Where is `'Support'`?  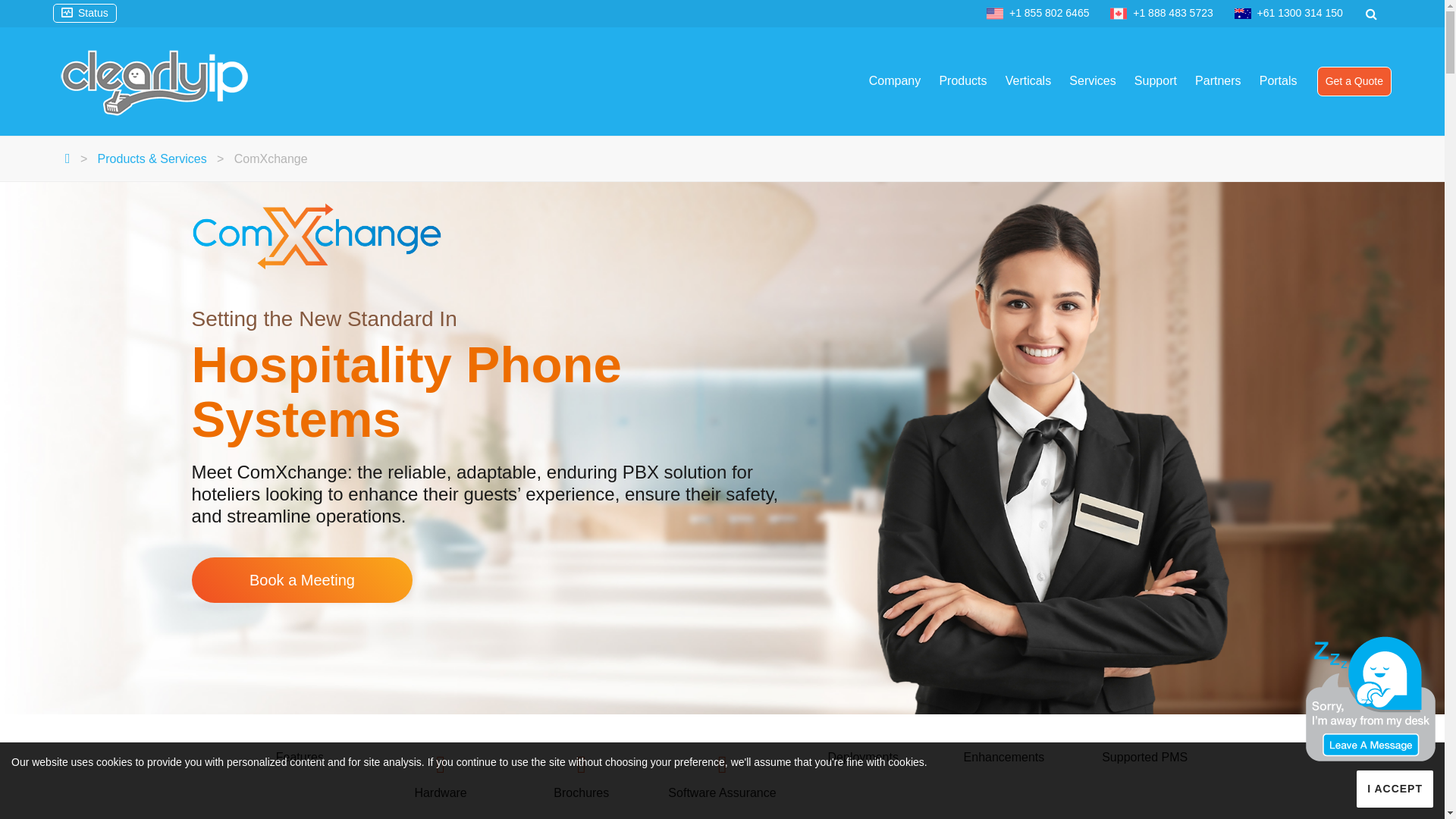 'Support' is located at coordinates (1154, 81).